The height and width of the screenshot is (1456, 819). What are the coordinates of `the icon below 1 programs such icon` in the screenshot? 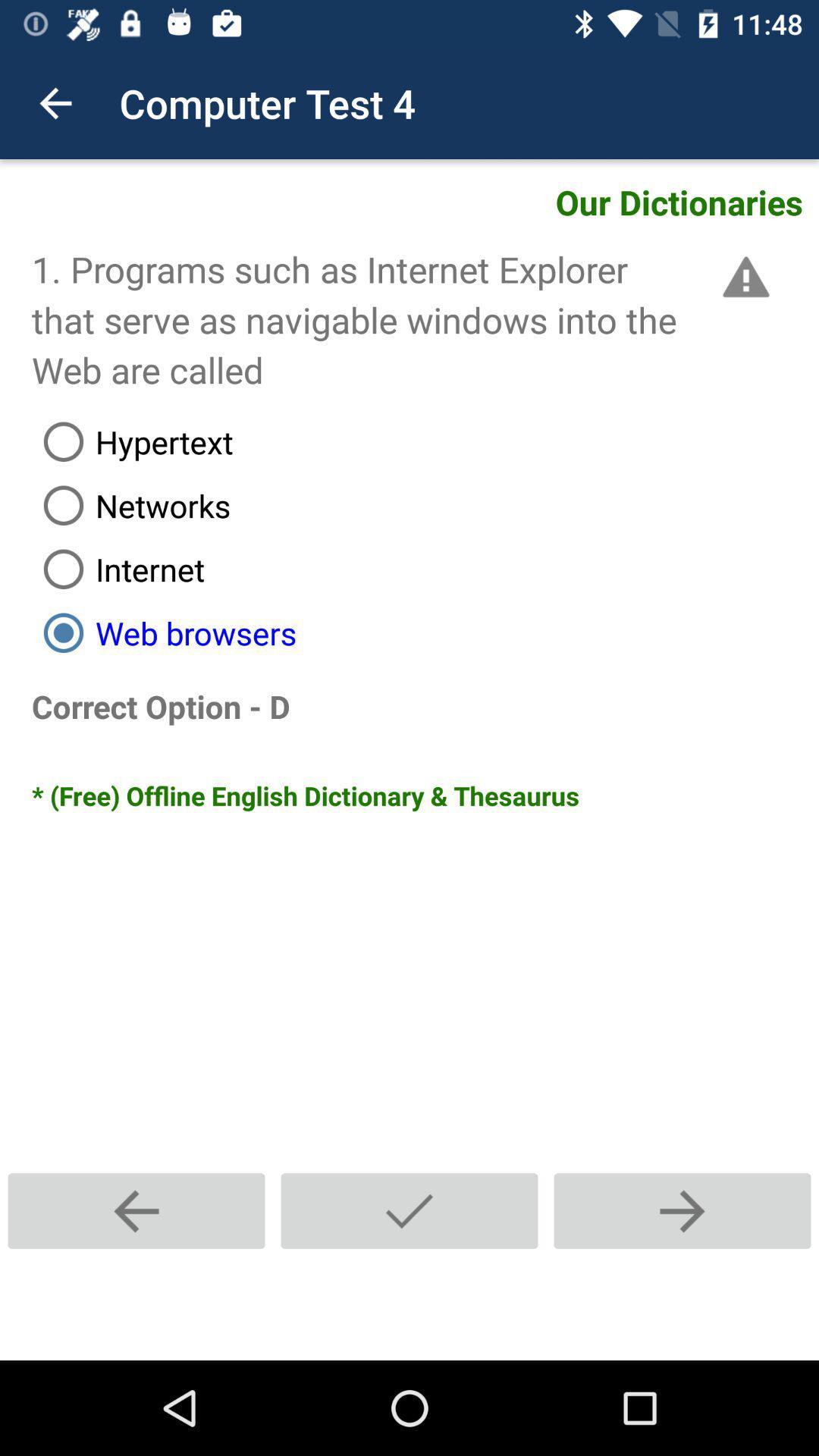 It's located at (425, 441).